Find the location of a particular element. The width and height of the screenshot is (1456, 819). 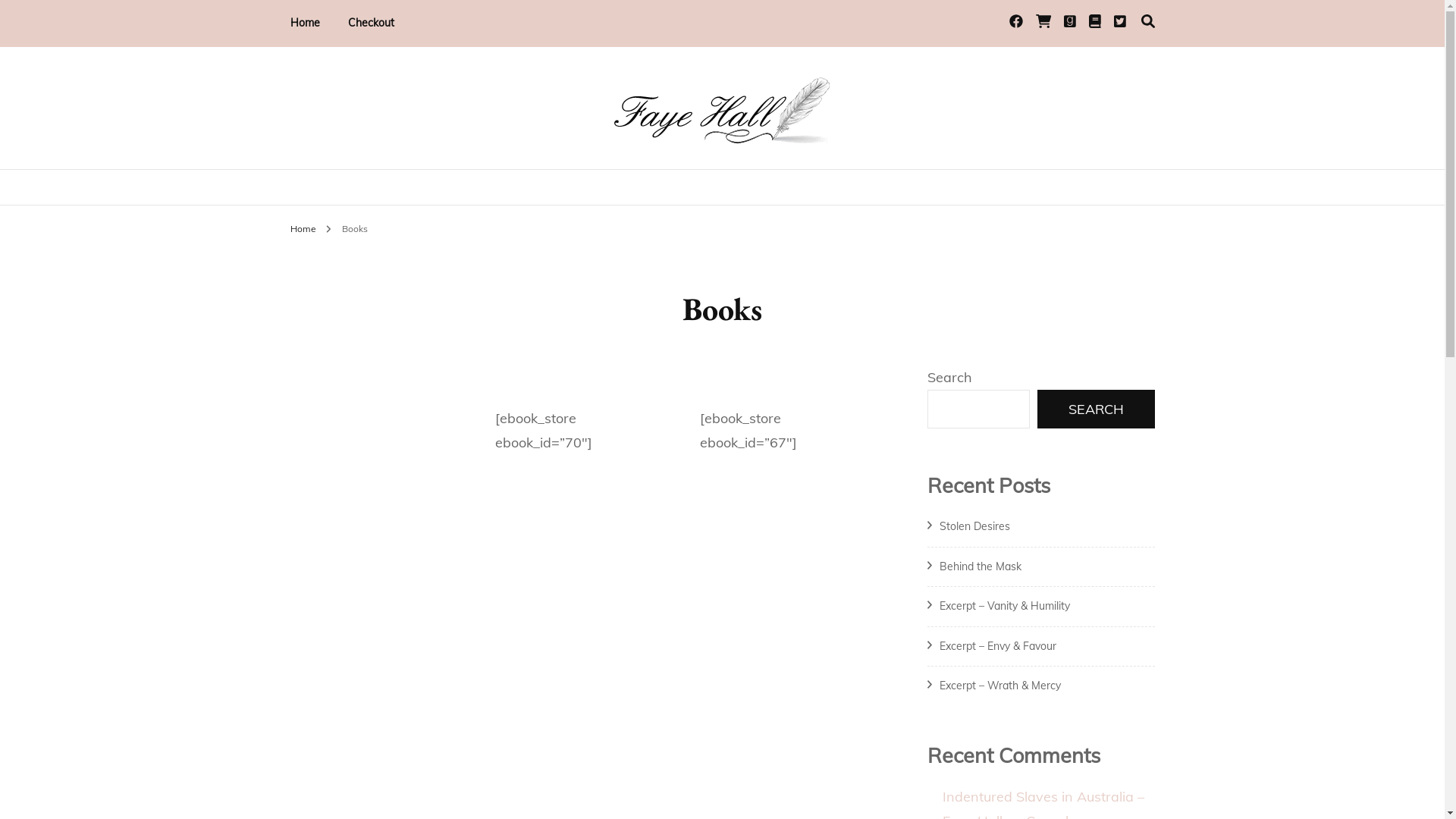

'Books' is located at coordinates (353, 228).